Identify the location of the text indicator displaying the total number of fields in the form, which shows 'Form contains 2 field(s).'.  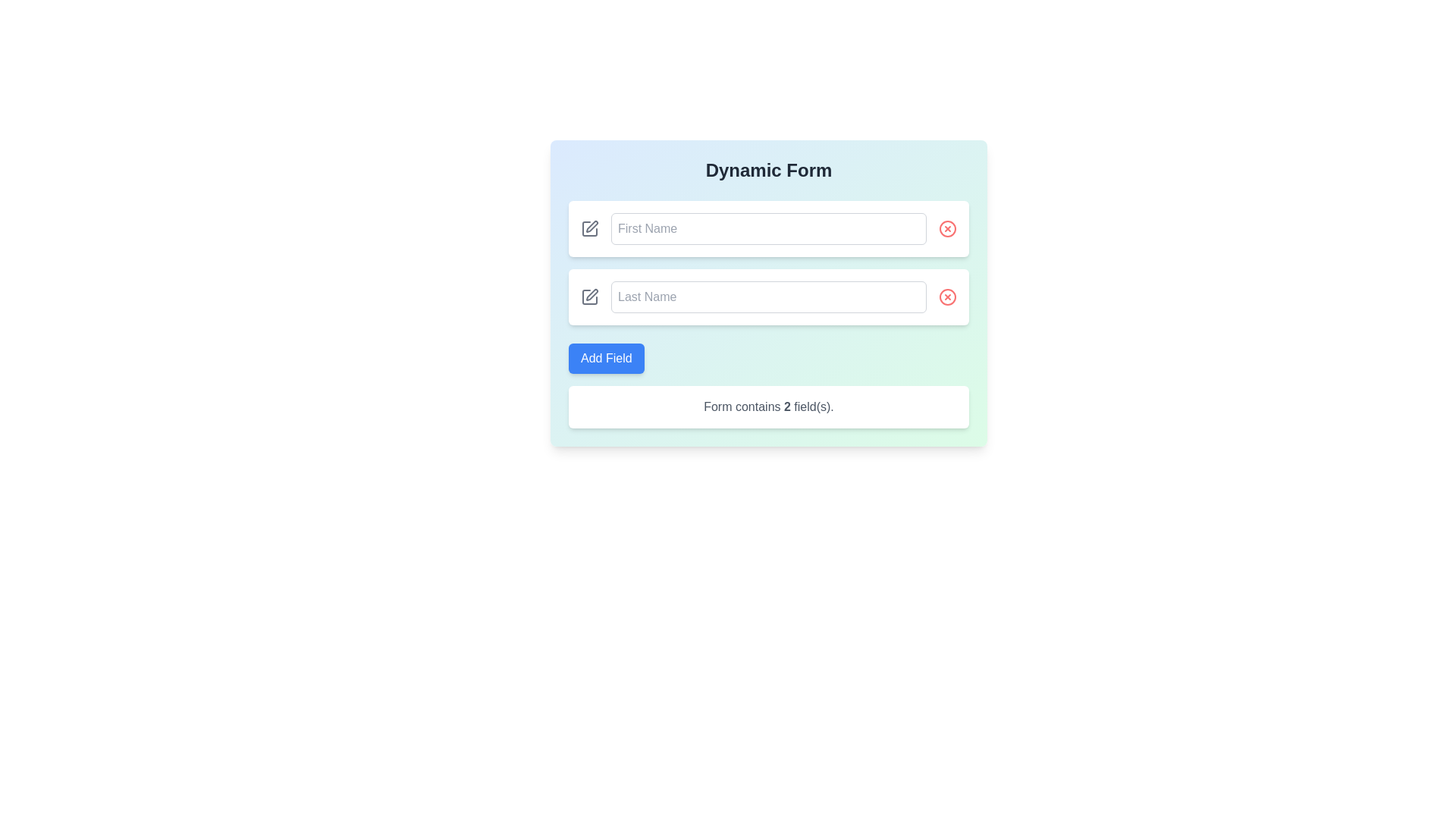
(787, 406).